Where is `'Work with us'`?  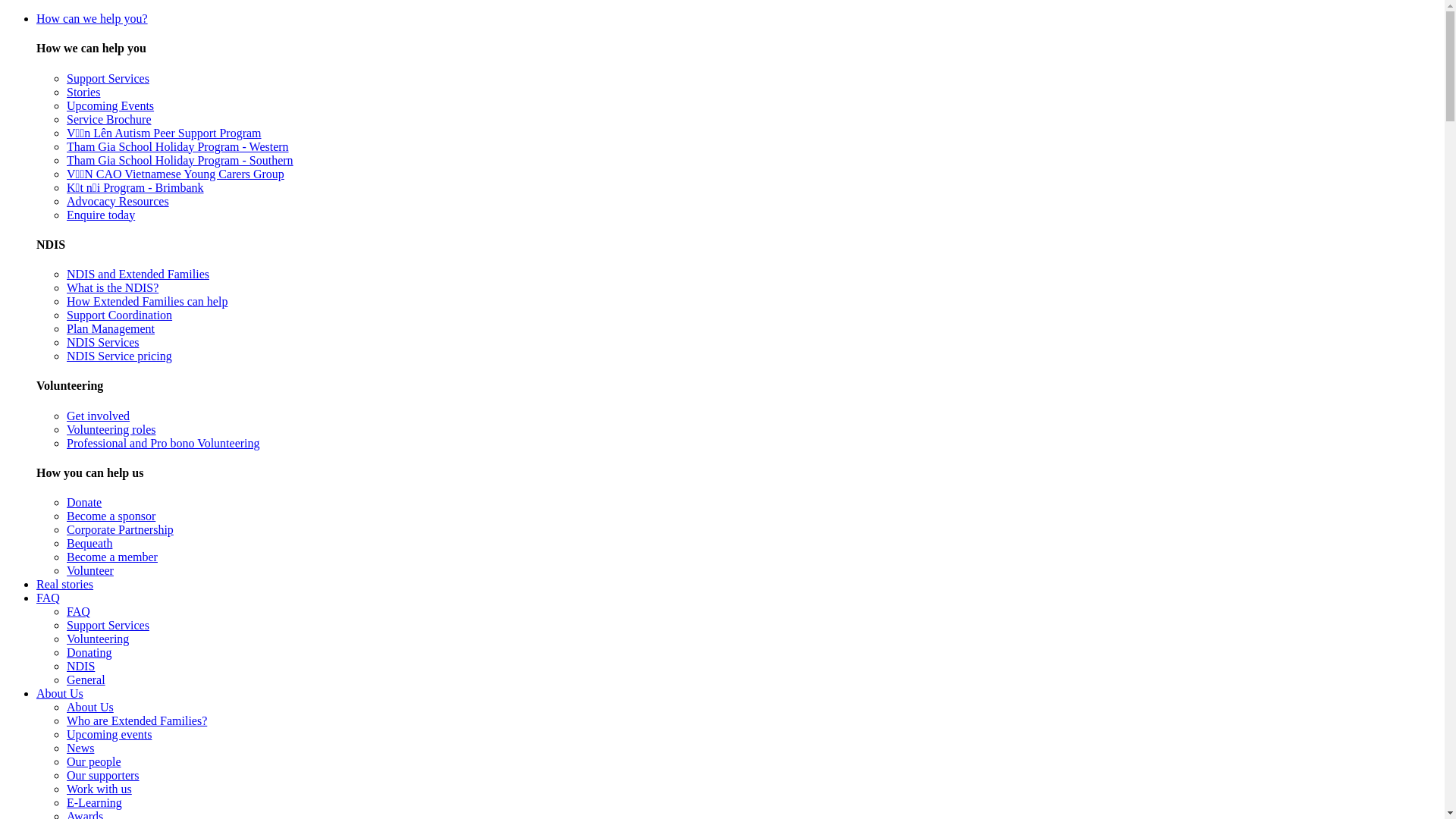
'Work with us' is located at coordinates (98, 788).